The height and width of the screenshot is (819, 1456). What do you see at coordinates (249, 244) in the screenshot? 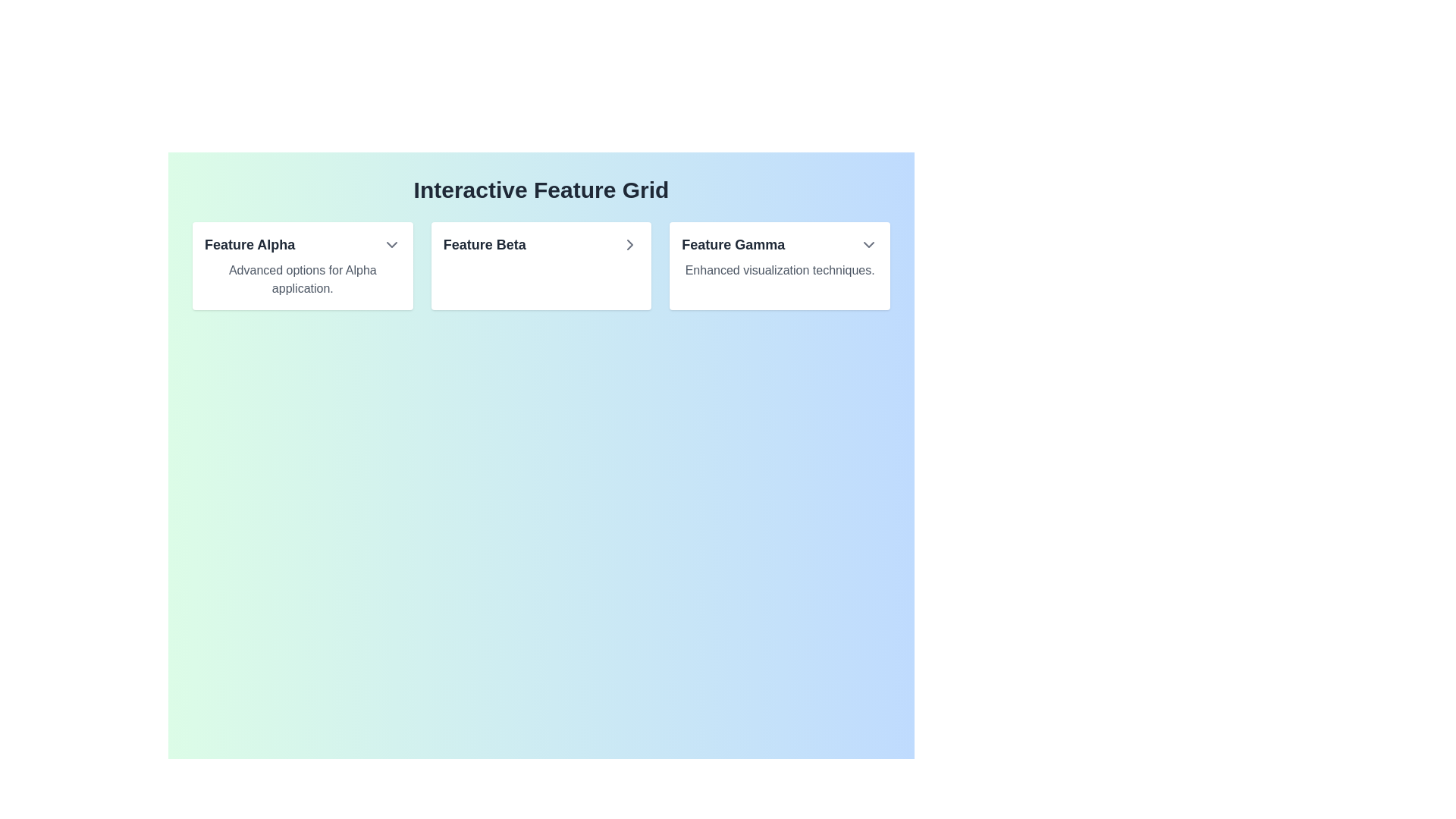
I see `the text label displaying 'Feature Alpha', which is bold, dark grey, and part of the leftmost card in a three-card layout` at bounding box center [249, 244].